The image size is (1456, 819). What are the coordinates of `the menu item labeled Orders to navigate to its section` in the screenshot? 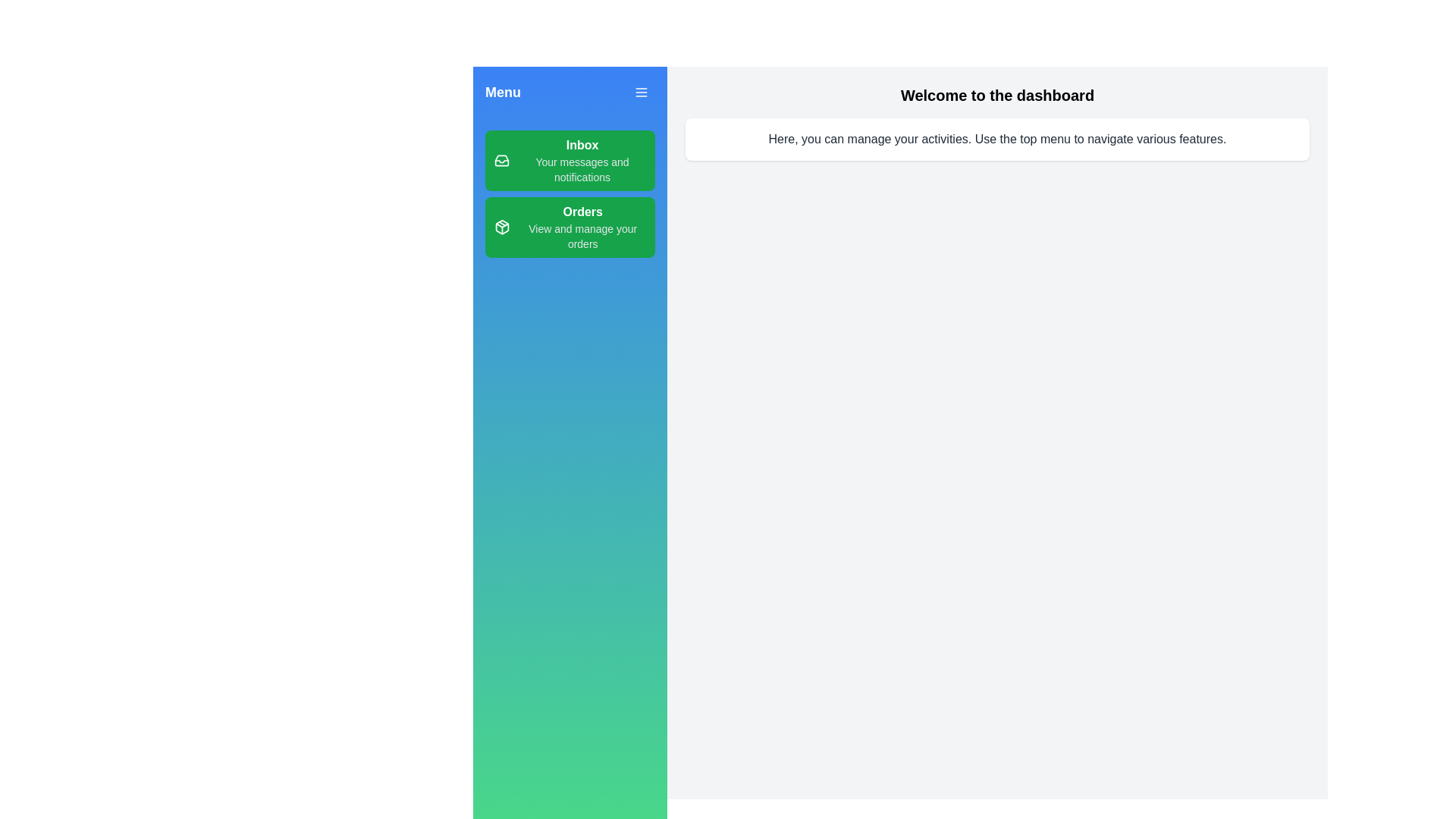 It's located at (570, 227).